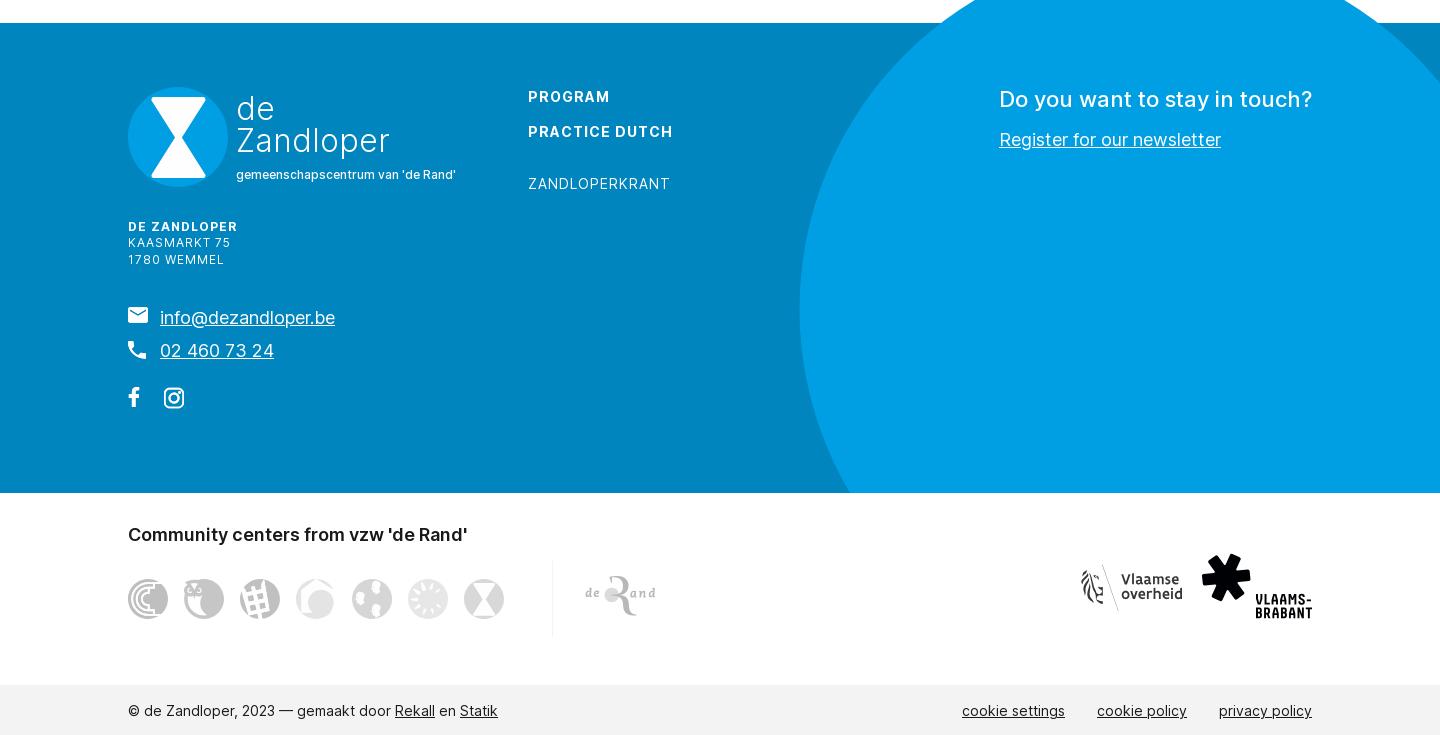 This screenshot has width=1440, height=735. I want to click on 'Zandloper', so click(313, 138).